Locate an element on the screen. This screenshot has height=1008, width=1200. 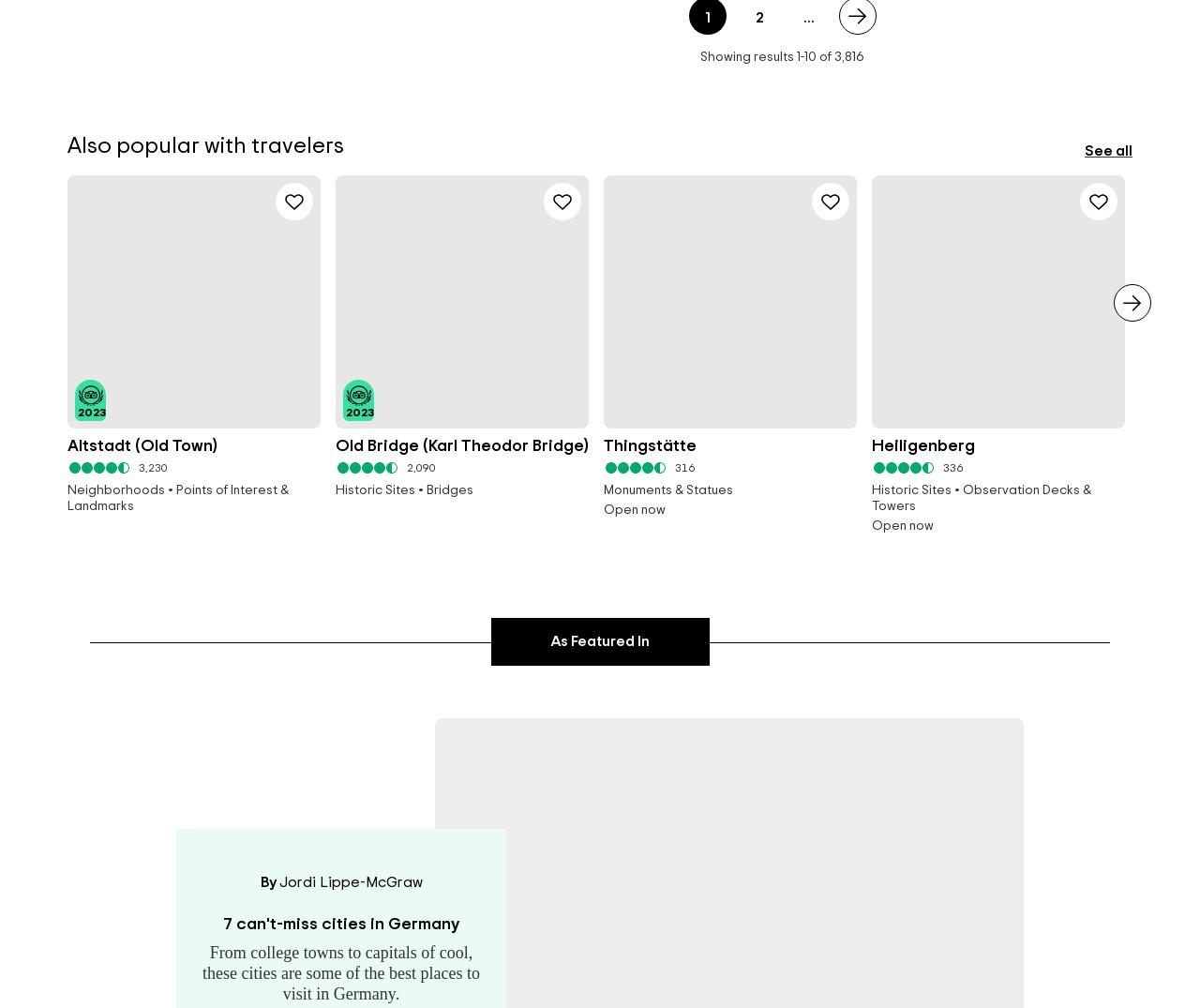
'Jordi Lippe-McGraw' is located at coordinates (277, 881).